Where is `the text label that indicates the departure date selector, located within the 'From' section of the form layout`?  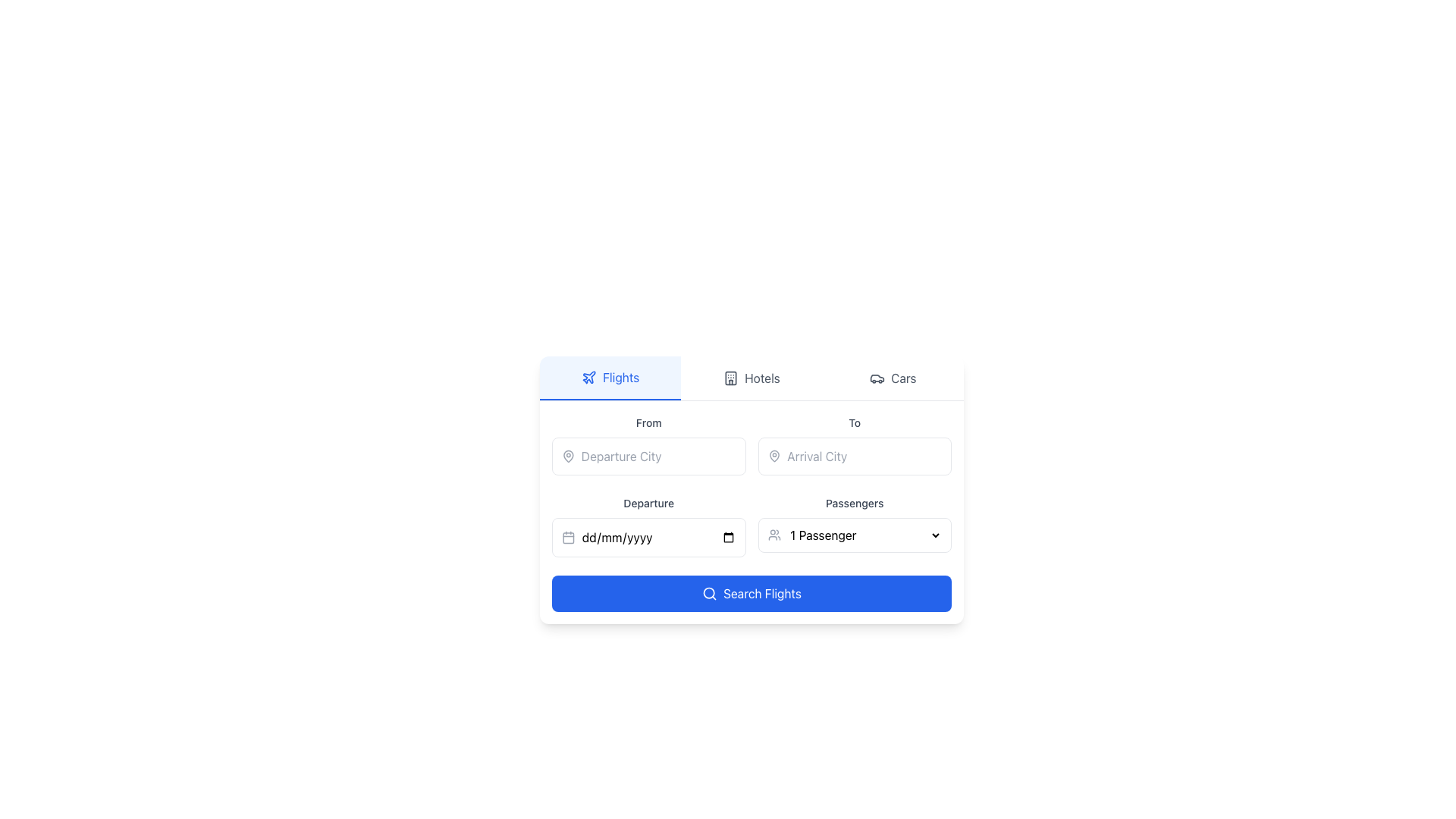 the text label that indicates the departure date selector, located within the 'From' section of the form layout is located at coordinates (648, 503).